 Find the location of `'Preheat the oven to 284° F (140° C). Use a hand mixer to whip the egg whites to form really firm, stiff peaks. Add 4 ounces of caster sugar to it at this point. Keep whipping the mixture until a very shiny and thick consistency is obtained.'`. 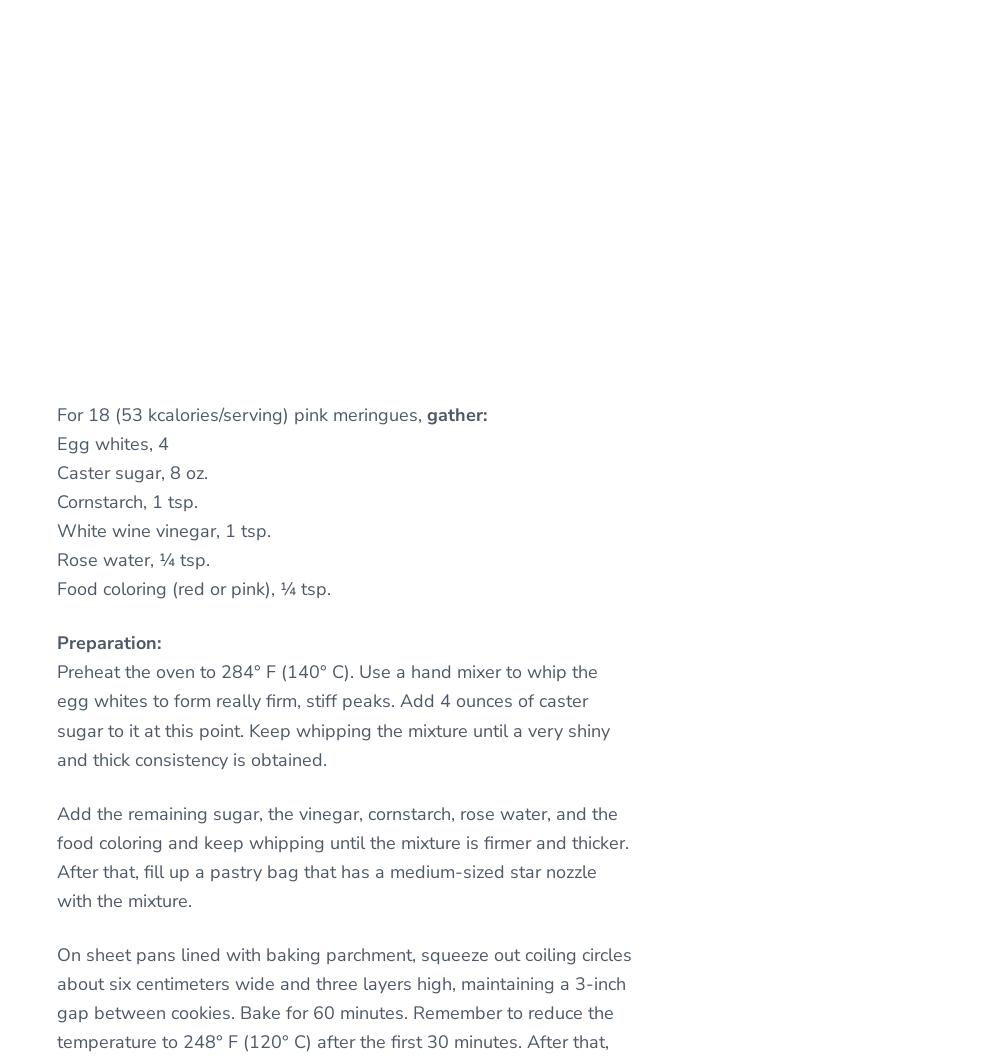

'Preheat the oven to 284° F (140° C). Use a hand mixer to whip the egg whites to form really firm, stiff peaks. Add 4 ounces of caster sugar to it at this point. Keep whipping the mixture until a very shiny and thick consistency is obtained.' is located at coordinates (332, 715).